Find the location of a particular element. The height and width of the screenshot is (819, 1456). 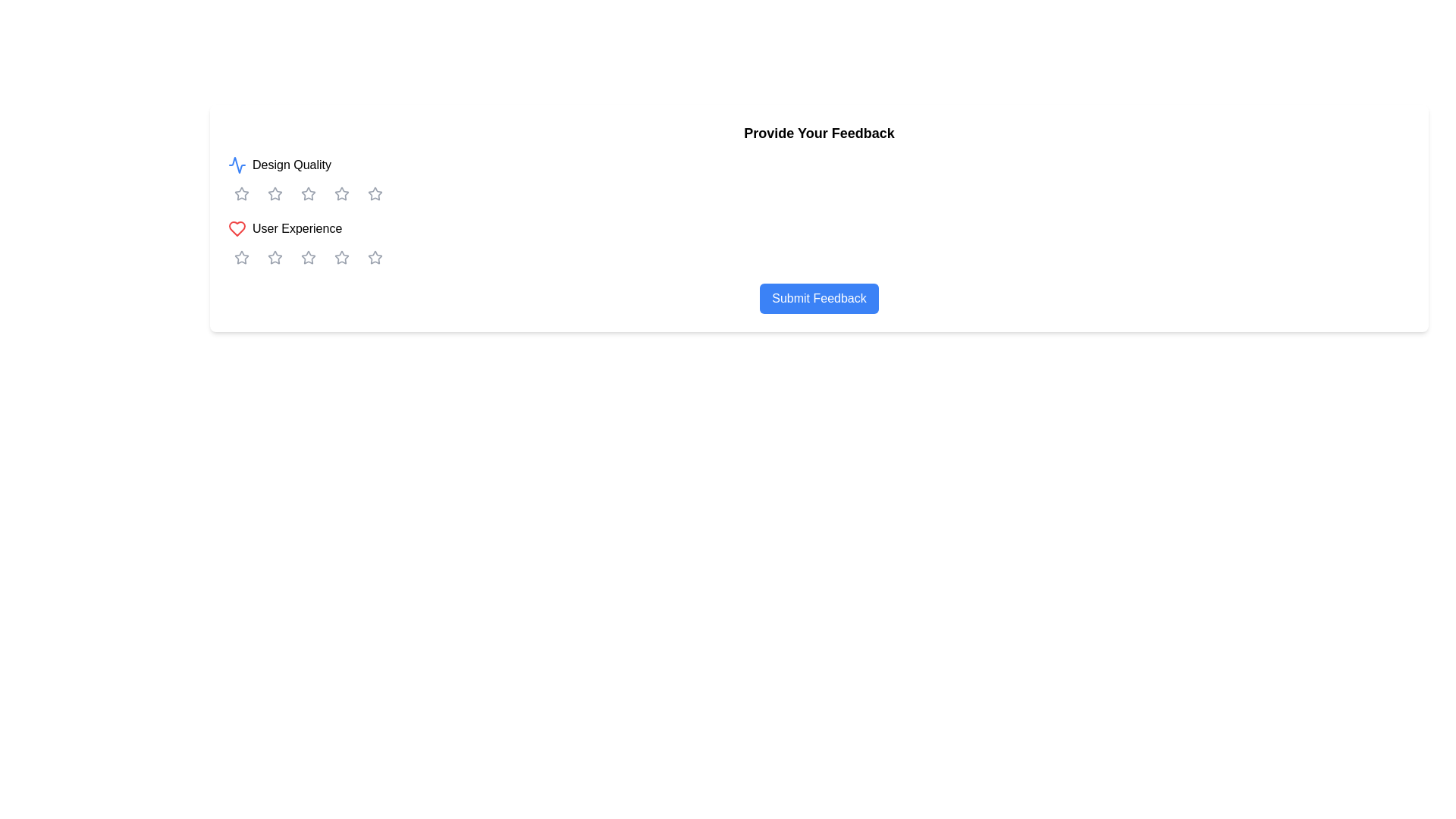

the blue icon resembling an activity graph or heartbeat, located to the left of the text 'Design Quality' is located at coordinates (236, 165).